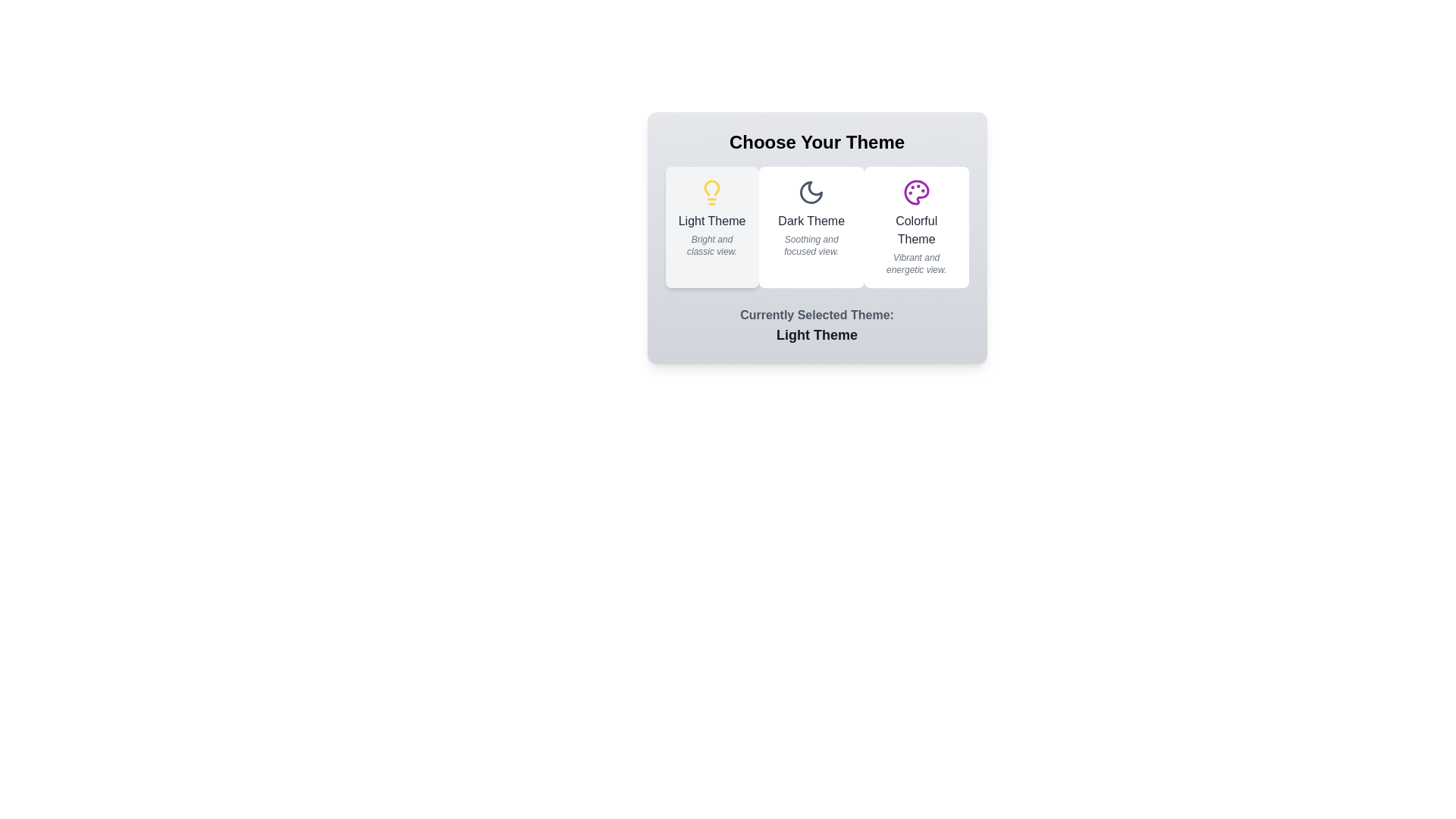  I want to click on the button corresponding to the Light Theme theme to select it, so click(711, 227).